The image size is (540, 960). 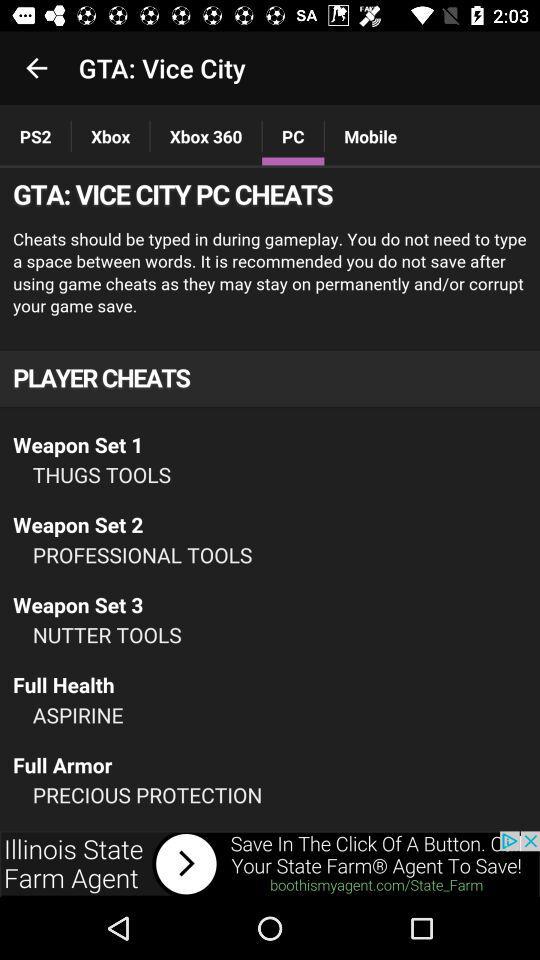 What do you see at coordinates (270, 498) in the screenshot?
I see `advertisement page` at bounding box center [270, 498].